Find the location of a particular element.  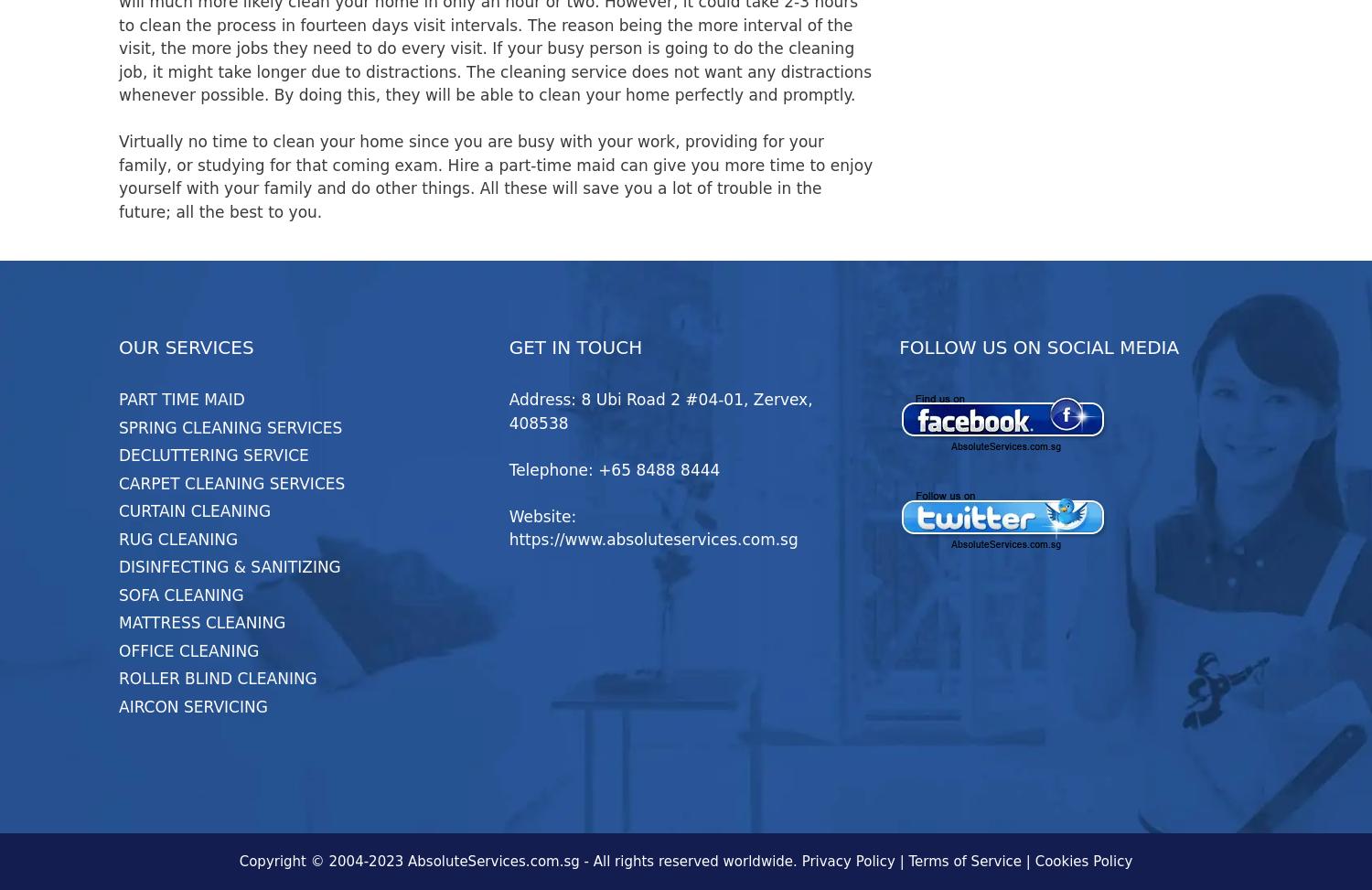

'GET IN TOUCH' is located at coordinates (509, 346).